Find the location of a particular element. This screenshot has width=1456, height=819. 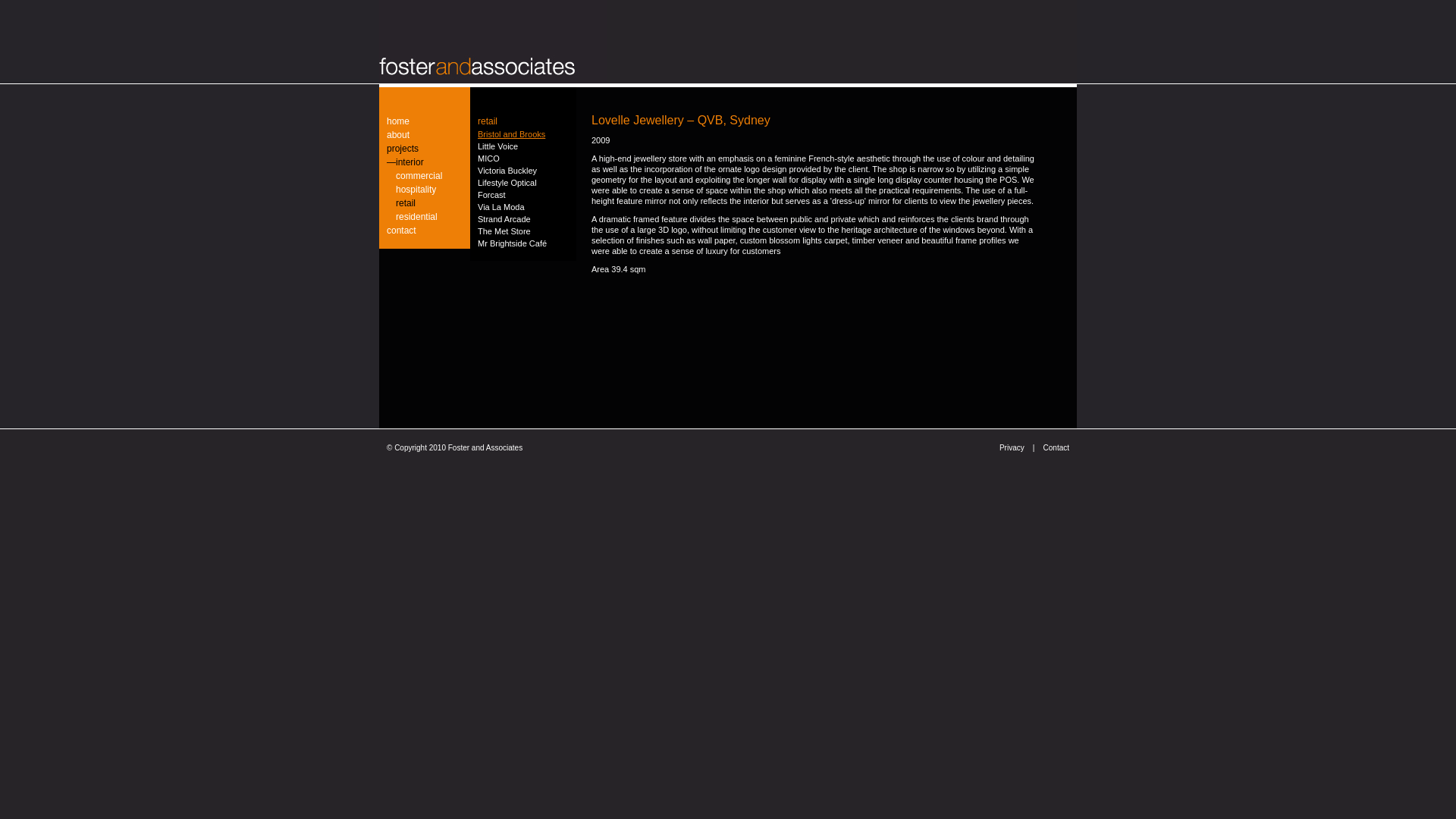

'Victoria Buckley' is located at coordinates (523, 170).